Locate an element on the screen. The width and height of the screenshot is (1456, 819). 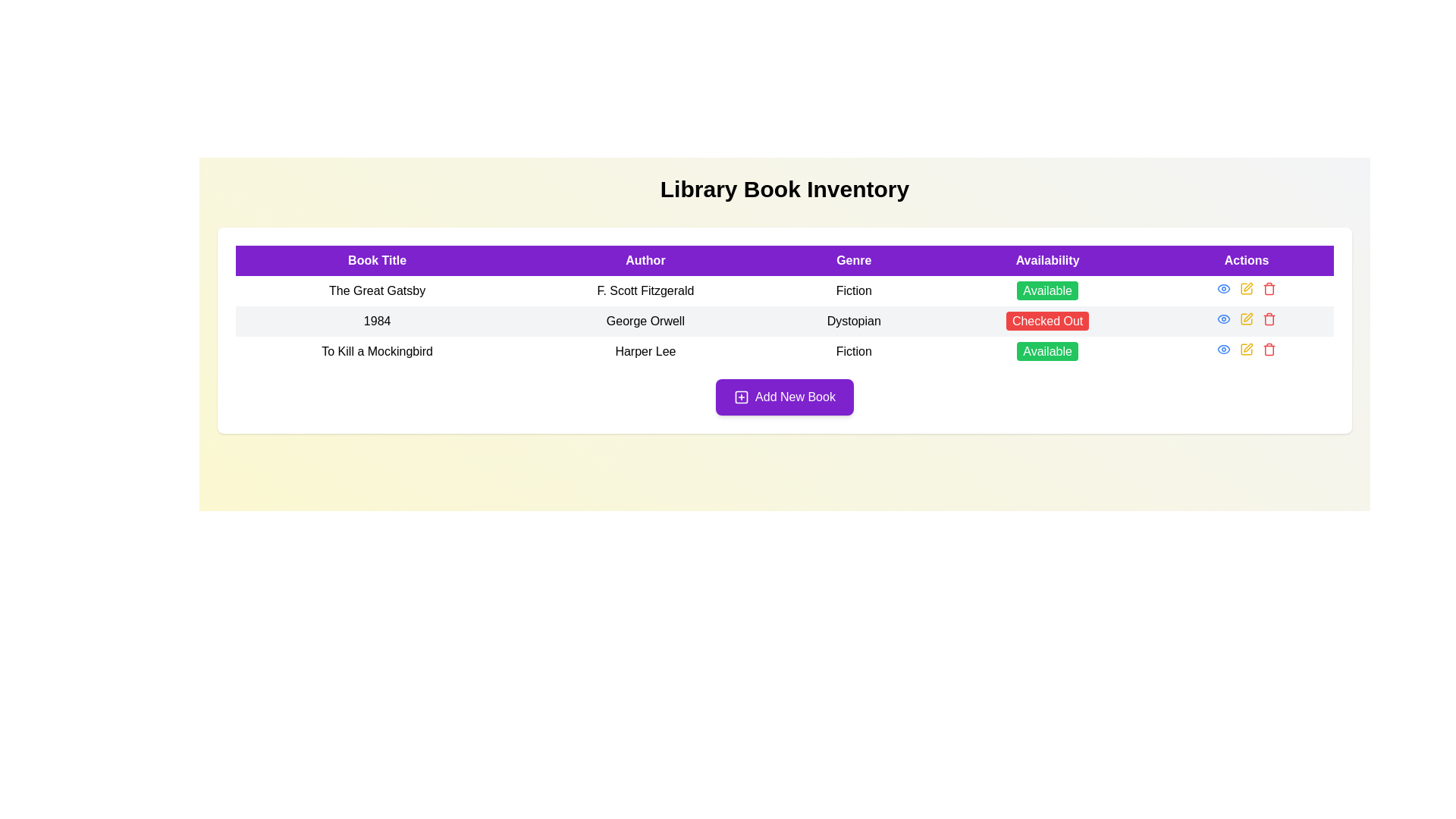
the green 'Available' button in the 'Availability' column of the first row in the 'Library Book Inventory' interface for the book 'The Great Gatsby' is located at coordinates (1046, 291).